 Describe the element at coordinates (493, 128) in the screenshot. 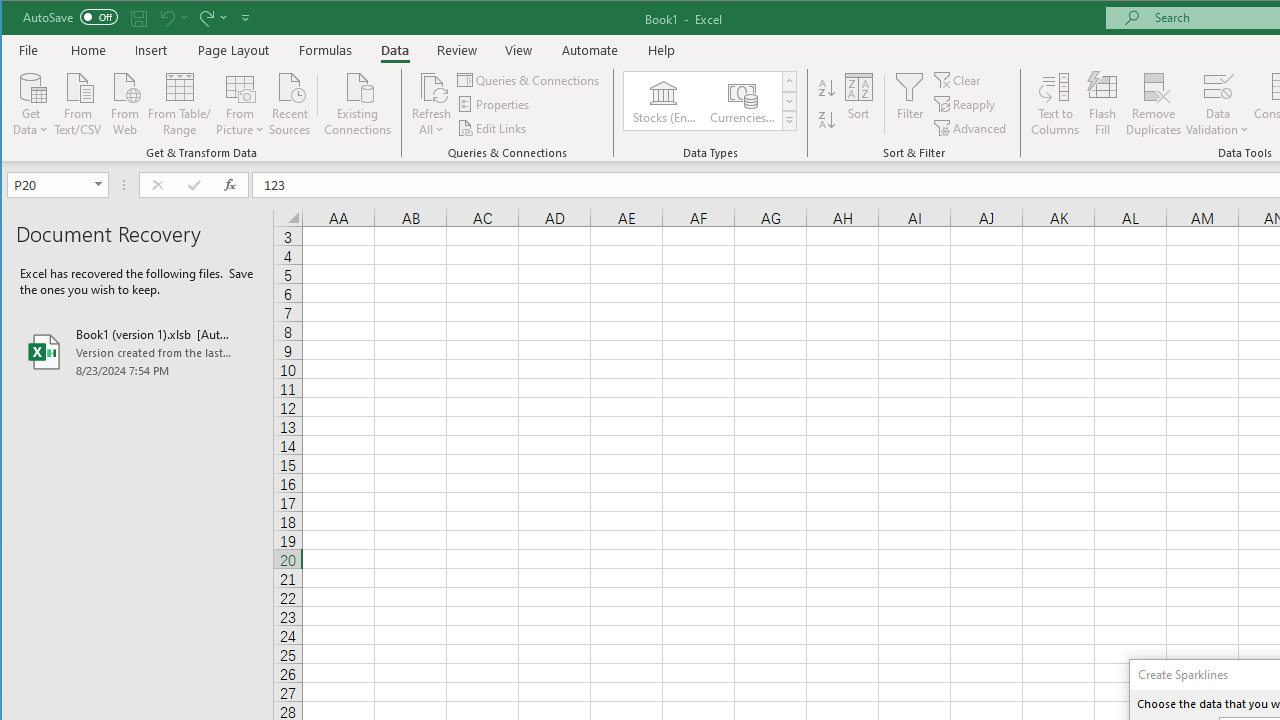

I see `'Edit Links'` at that location.